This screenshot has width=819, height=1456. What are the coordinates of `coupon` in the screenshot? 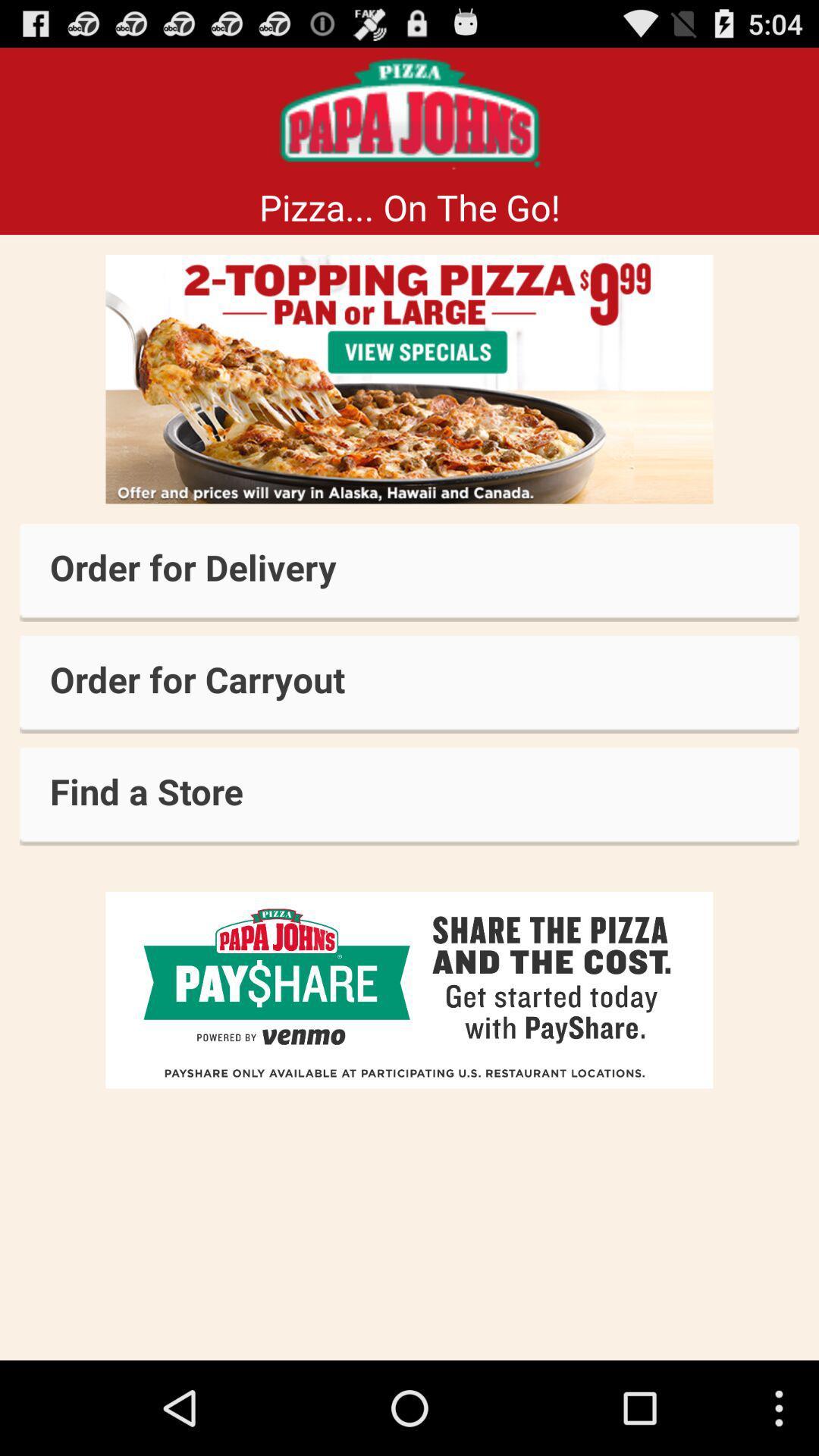 It's located at (409, 379).